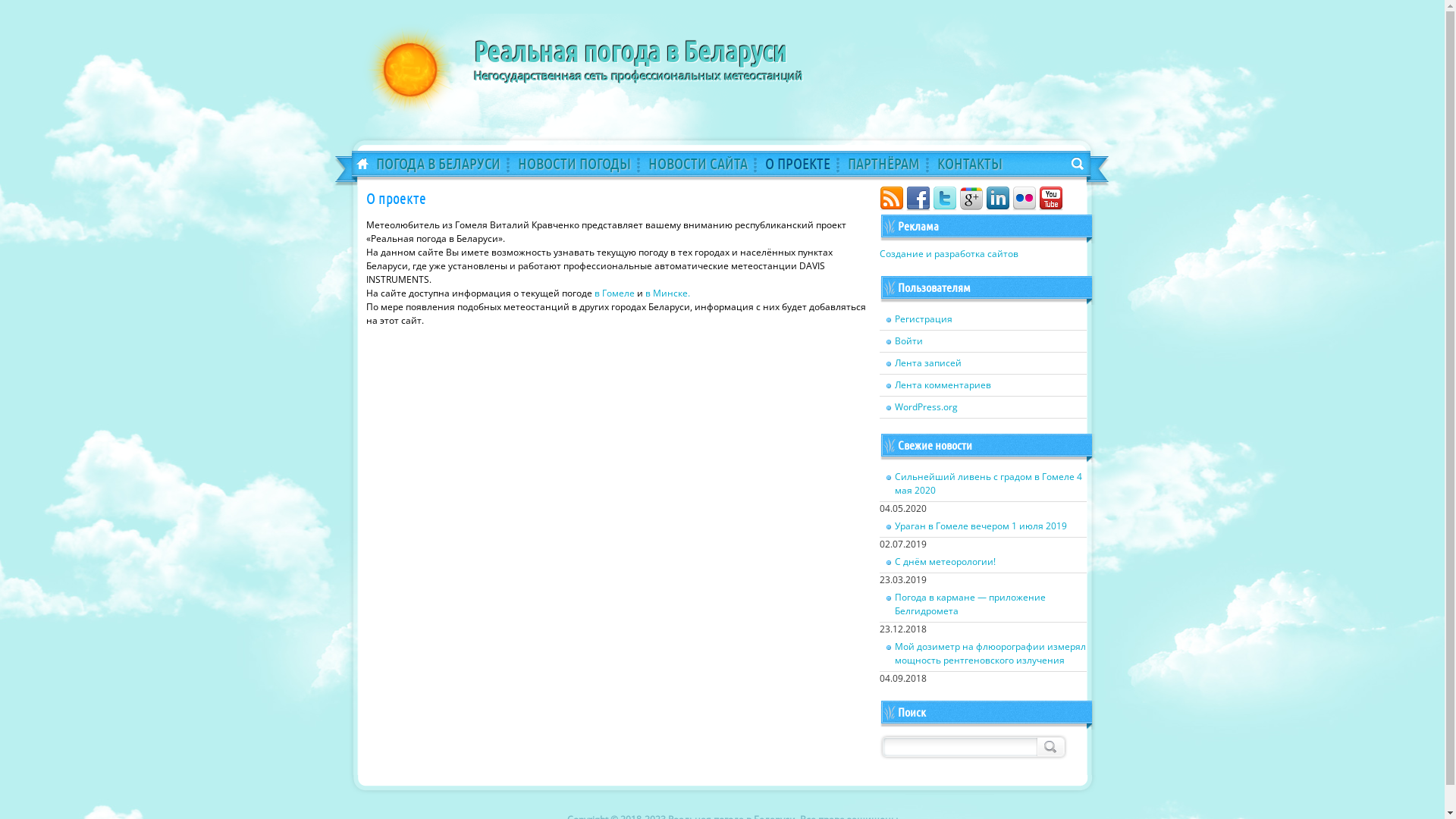  I want to click on 'WordPress.org', so click(983, 406).